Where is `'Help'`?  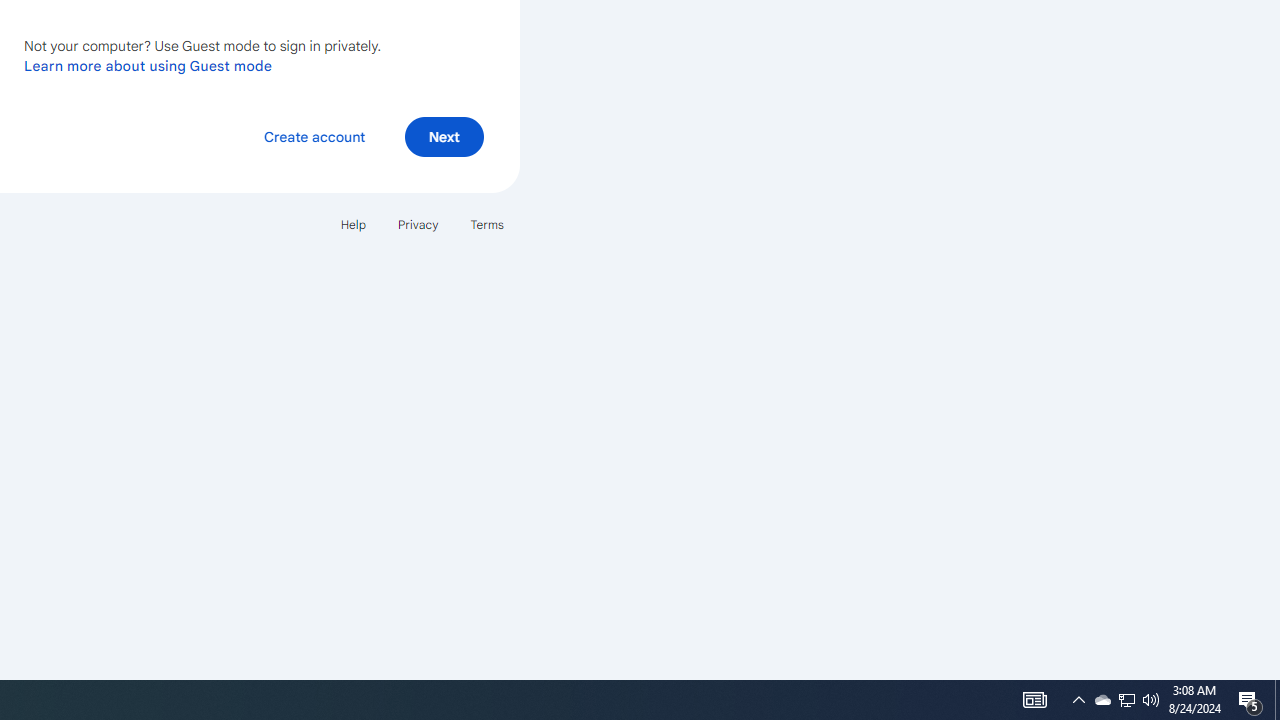
'Help' is located at coordinates (352, 224).